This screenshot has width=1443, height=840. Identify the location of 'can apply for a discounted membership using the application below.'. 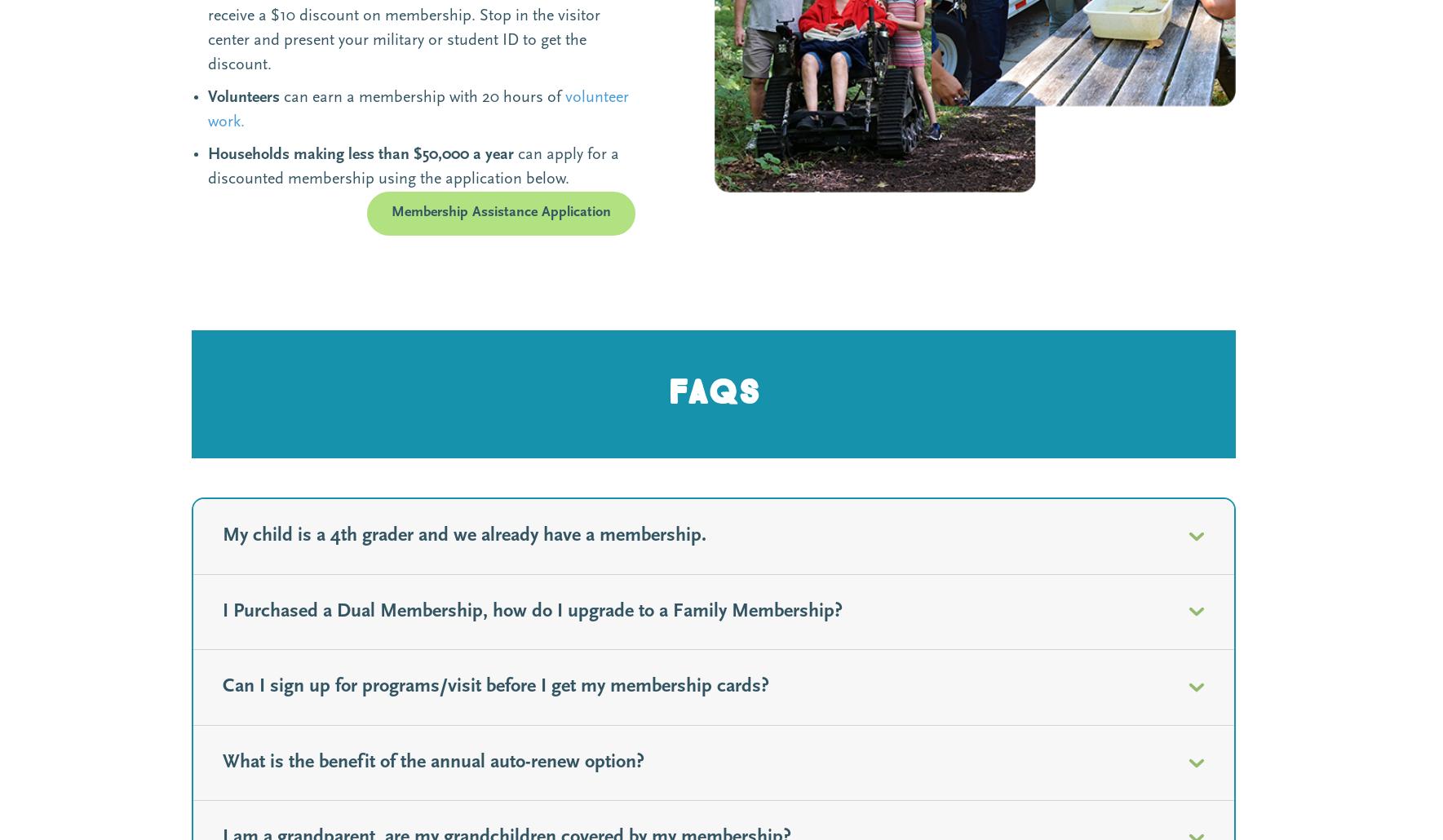
(412, 166).